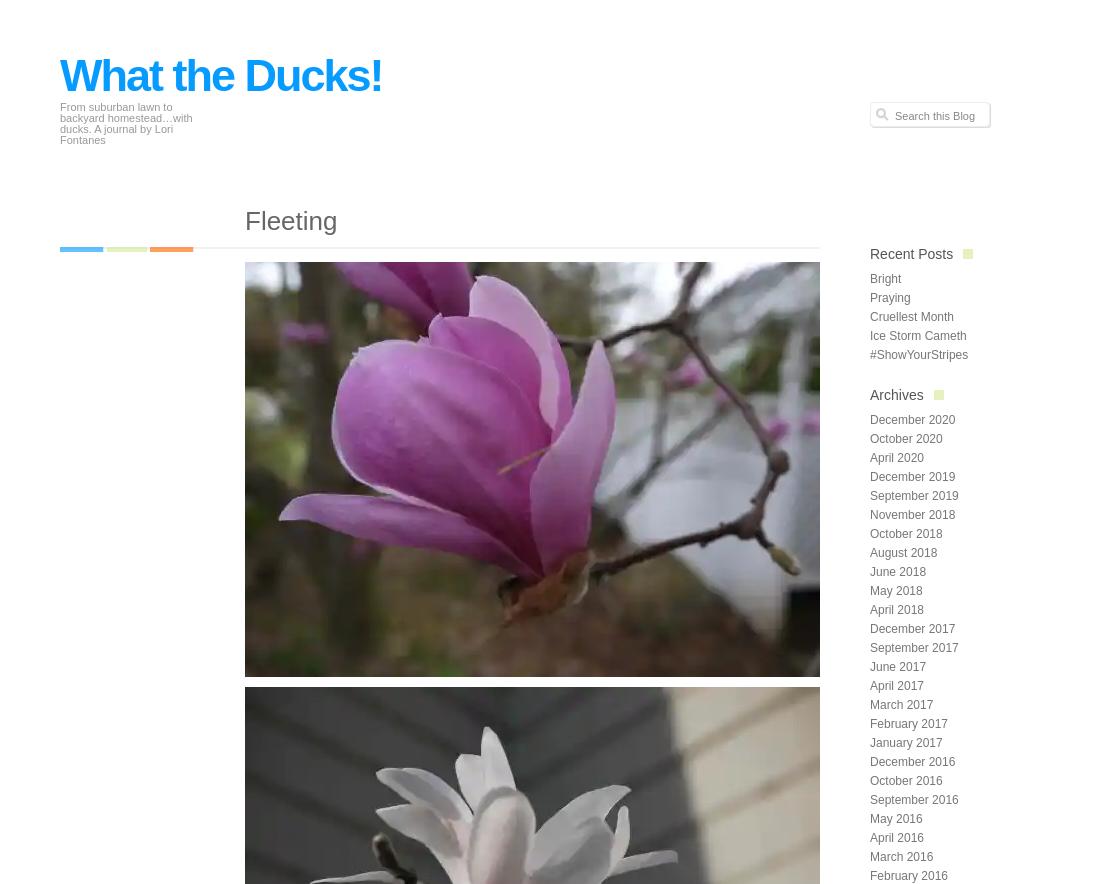 This screenshot has width=1100, height=884. I want to click on 'March 2017', so click(868, 703).